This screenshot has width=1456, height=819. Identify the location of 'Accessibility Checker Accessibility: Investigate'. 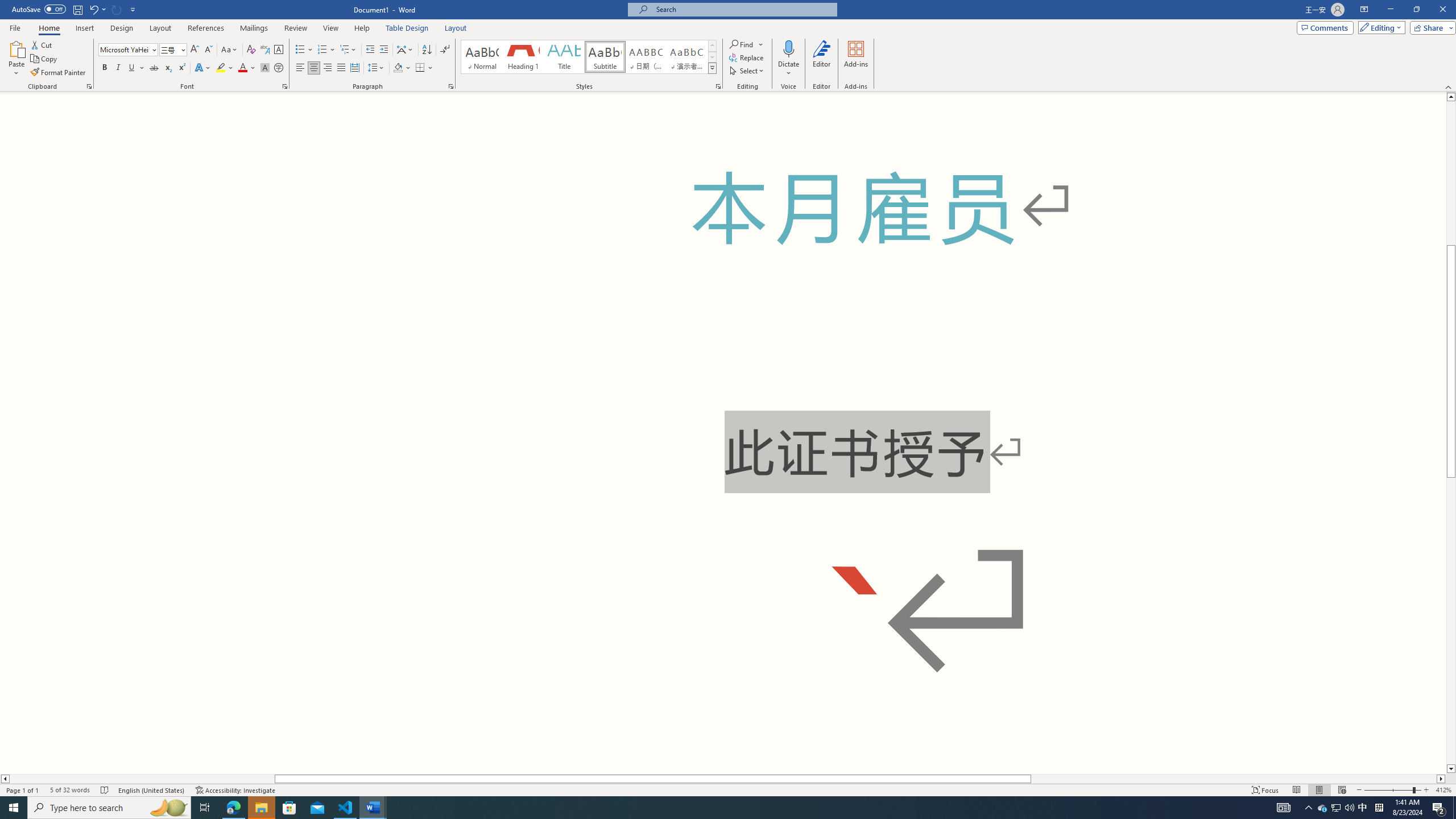
(235, 790).